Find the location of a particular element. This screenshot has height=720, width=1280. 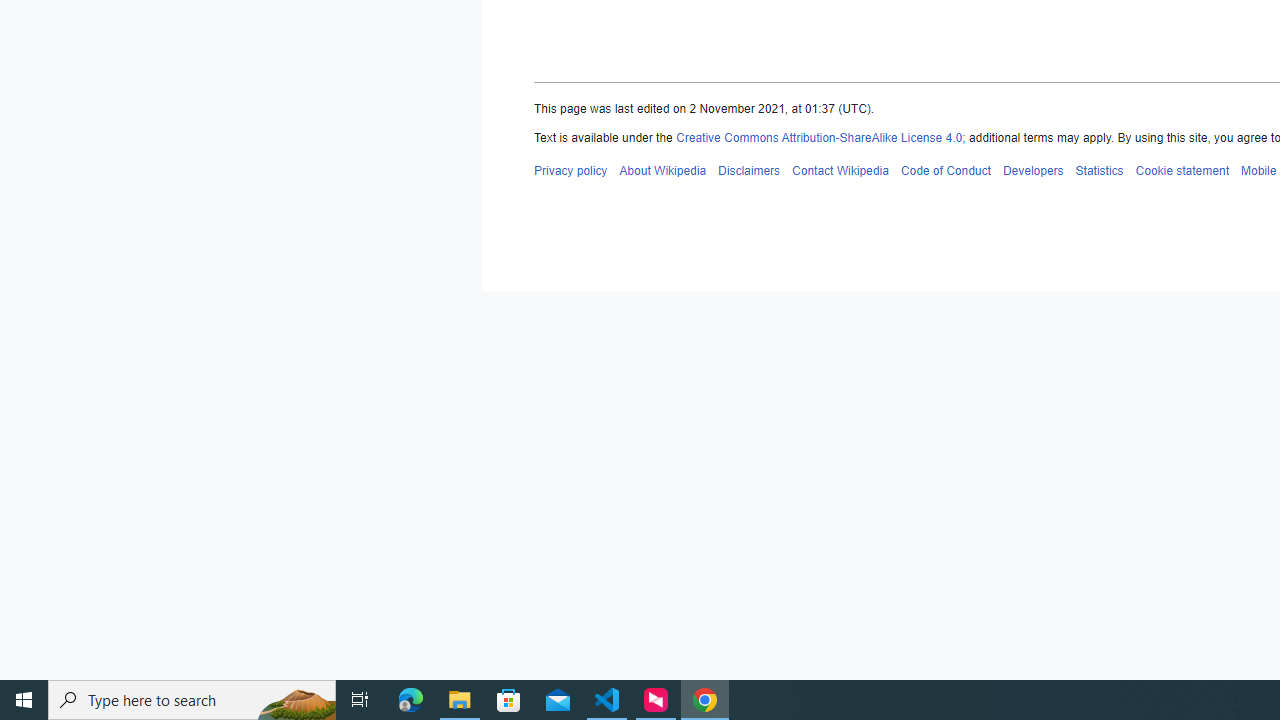

'Privacy policy' is located at coordinates (569, 169).